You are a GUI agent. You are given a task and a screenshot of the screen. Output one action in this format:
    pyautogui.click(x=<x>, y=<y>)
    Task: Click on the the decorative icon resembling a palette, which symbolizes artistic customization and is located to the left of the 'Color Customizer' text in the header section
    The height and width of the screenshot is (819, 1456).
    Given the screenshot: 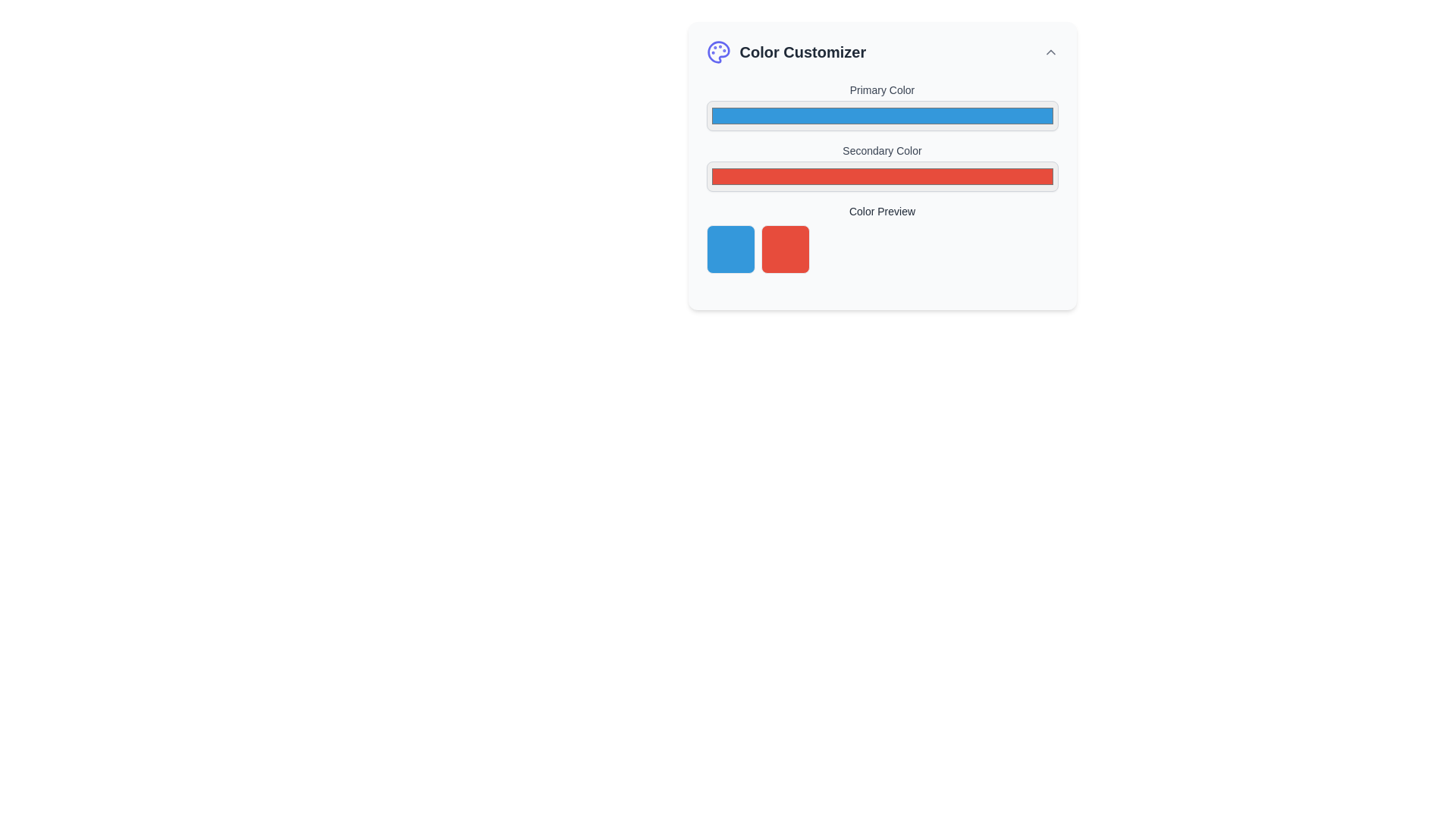 What is the action you would take?
    pyautogui.click(x=717, y=52)
    